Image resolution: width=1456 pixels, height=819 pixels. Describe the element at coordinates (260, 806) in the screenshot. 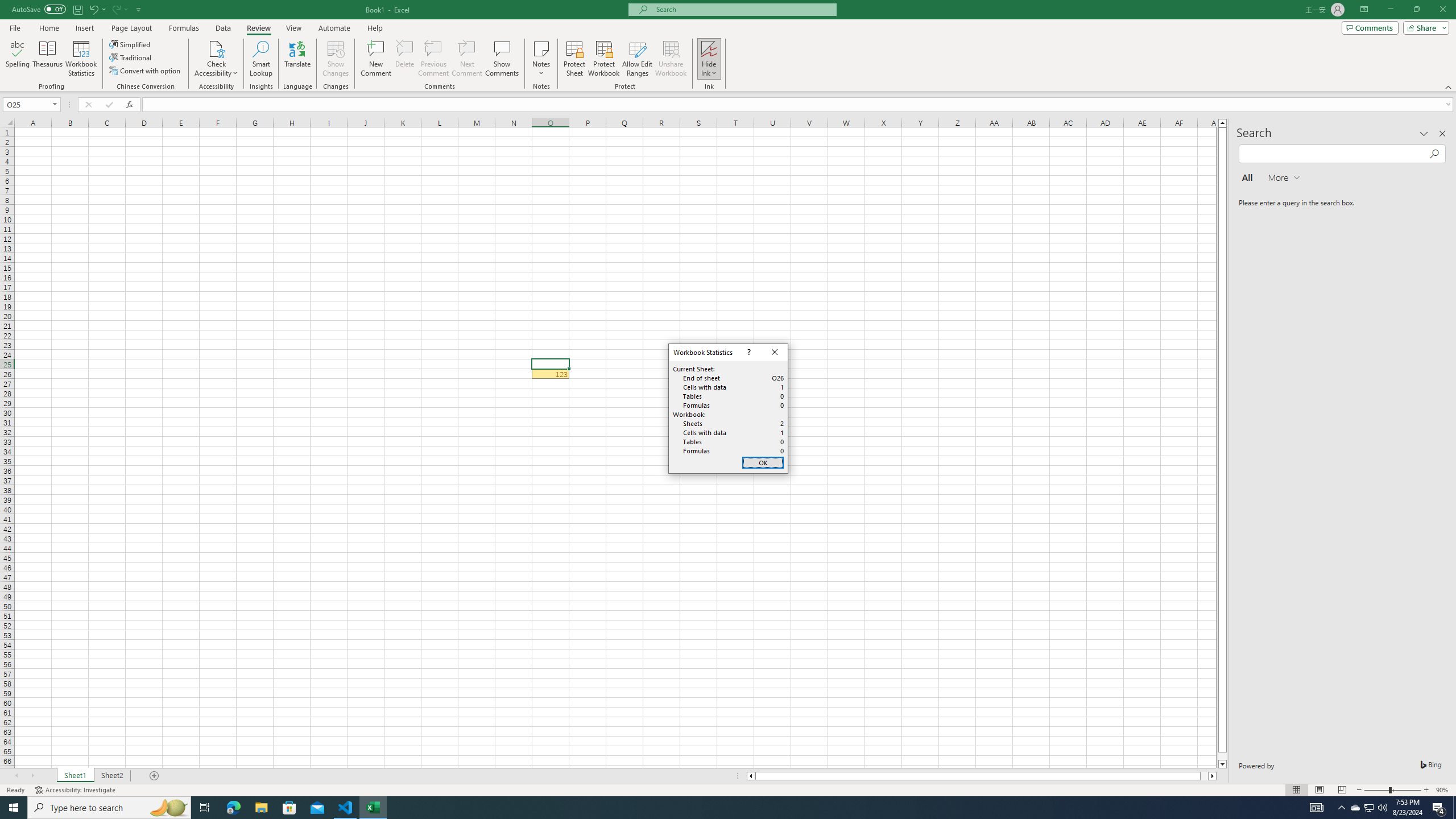

I see `'File Explorer'` at that location.